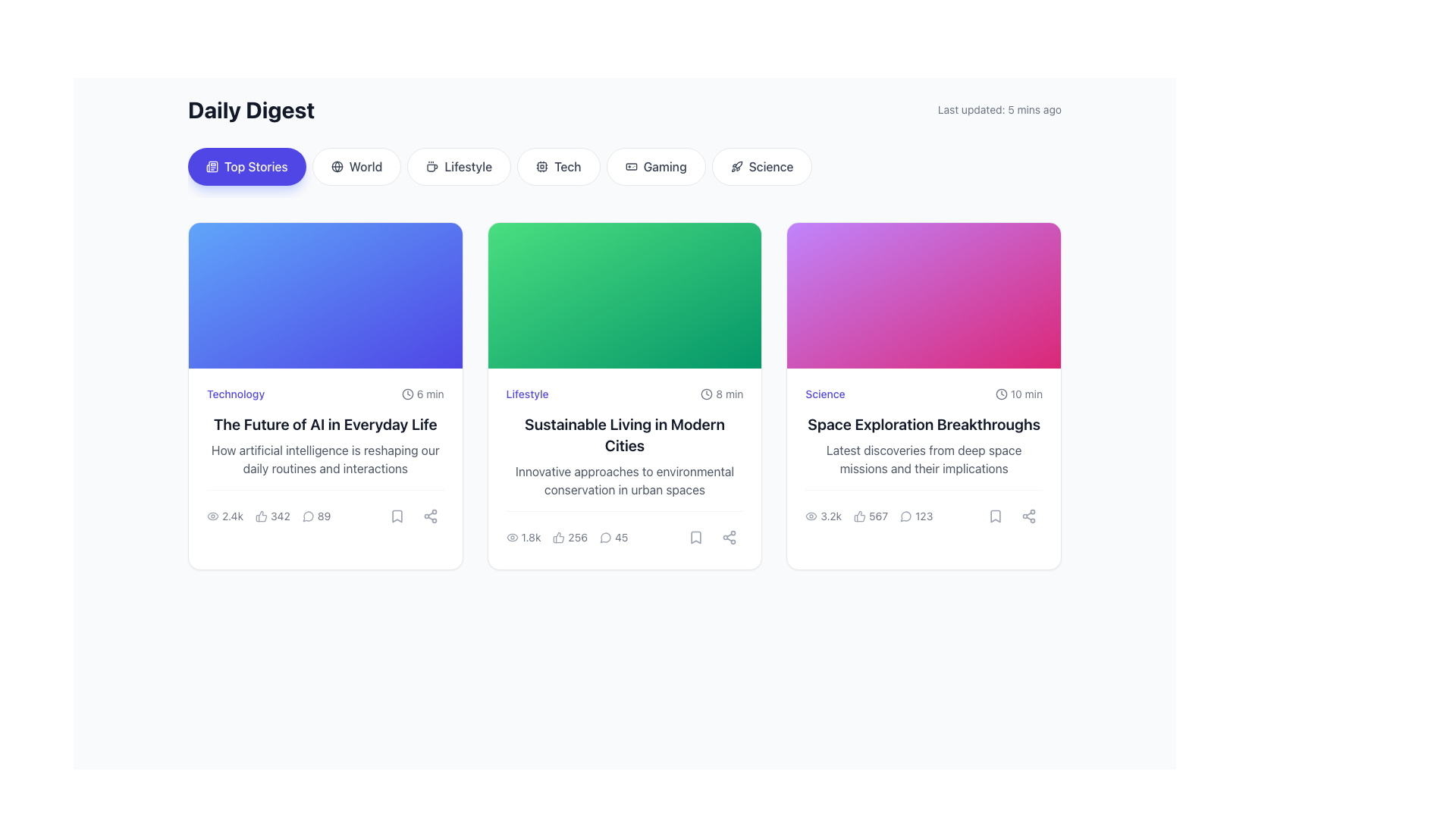 Image resolution: width=1456 pixels, height=819 pixels. What do you see at coordinates (905, 516) in the screenshot?
I see `the speech bubble icon located at the lower right corner of the 'Space Exploration Breakthroughs' card` at bounding box center [905, 516].